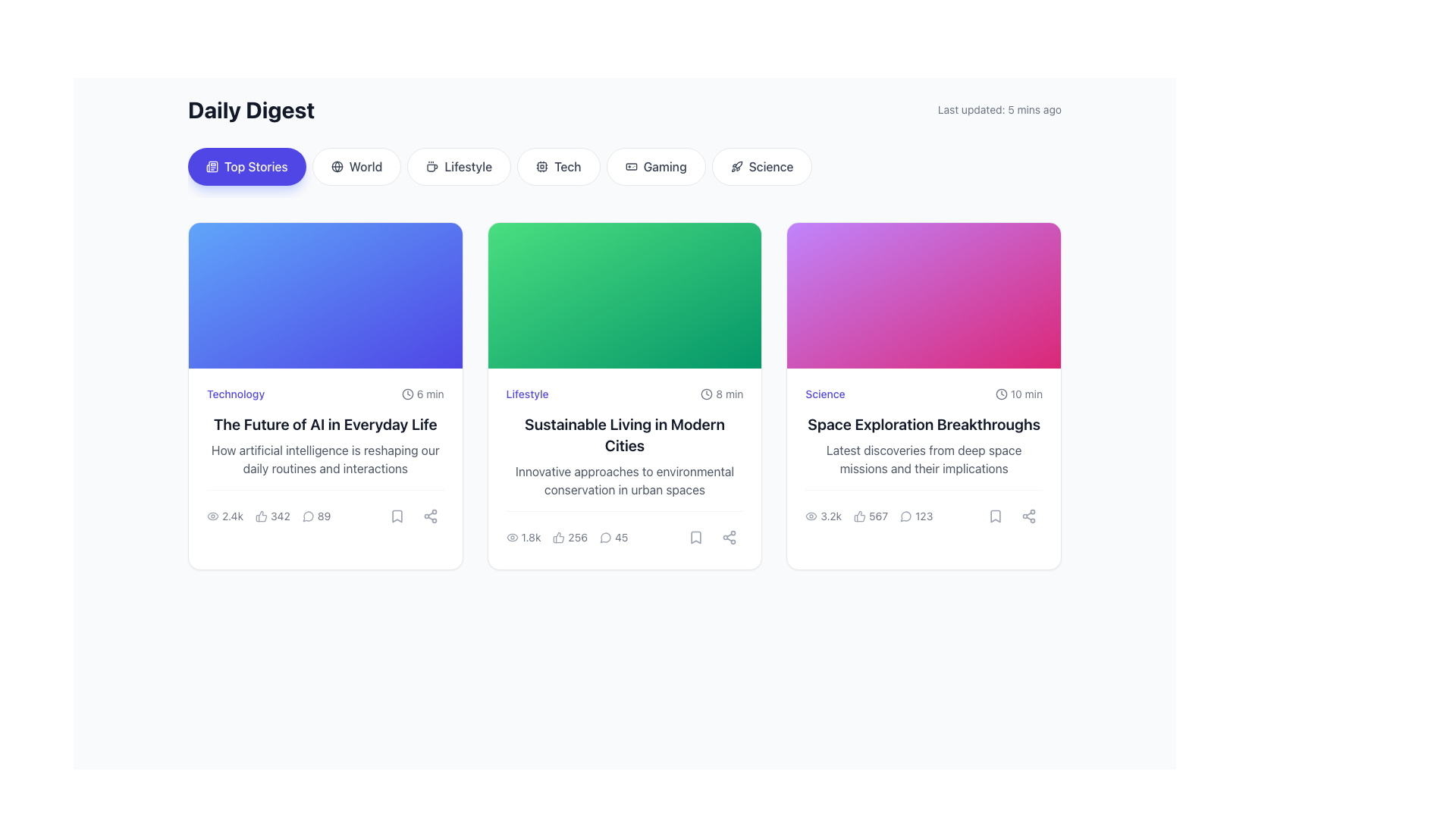 Image resolution: width=1456 pixels, height=819 pixels. What do you see at coordinates (905, 516) in the screenshot?
I see `the speech bubble icon located at the lower right corner of the 'Space Exploration Breakthroughs' card` at bounding box center [905, 516].